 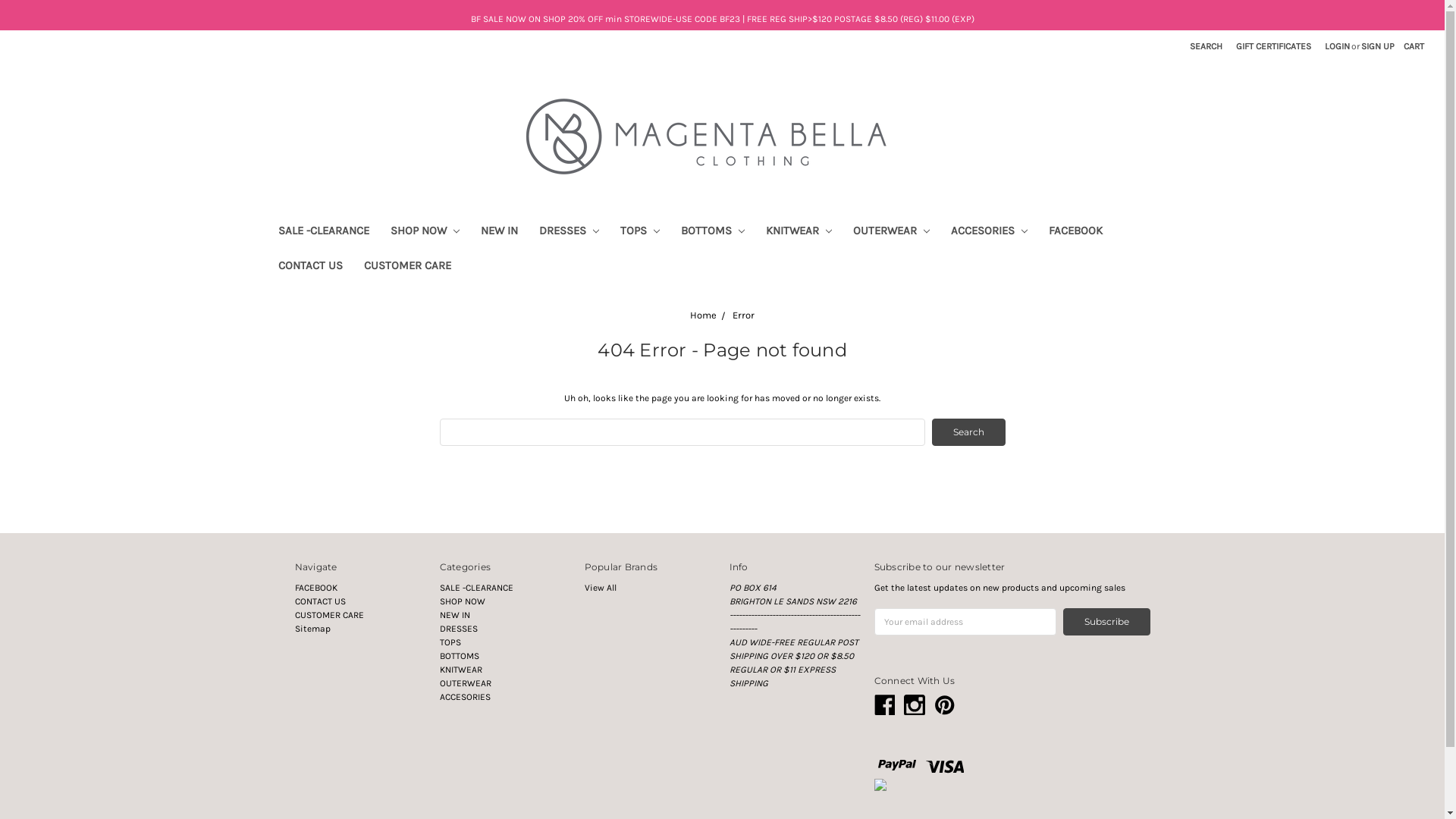 I want to click on 'TOPS', so click(x=450, y=642).